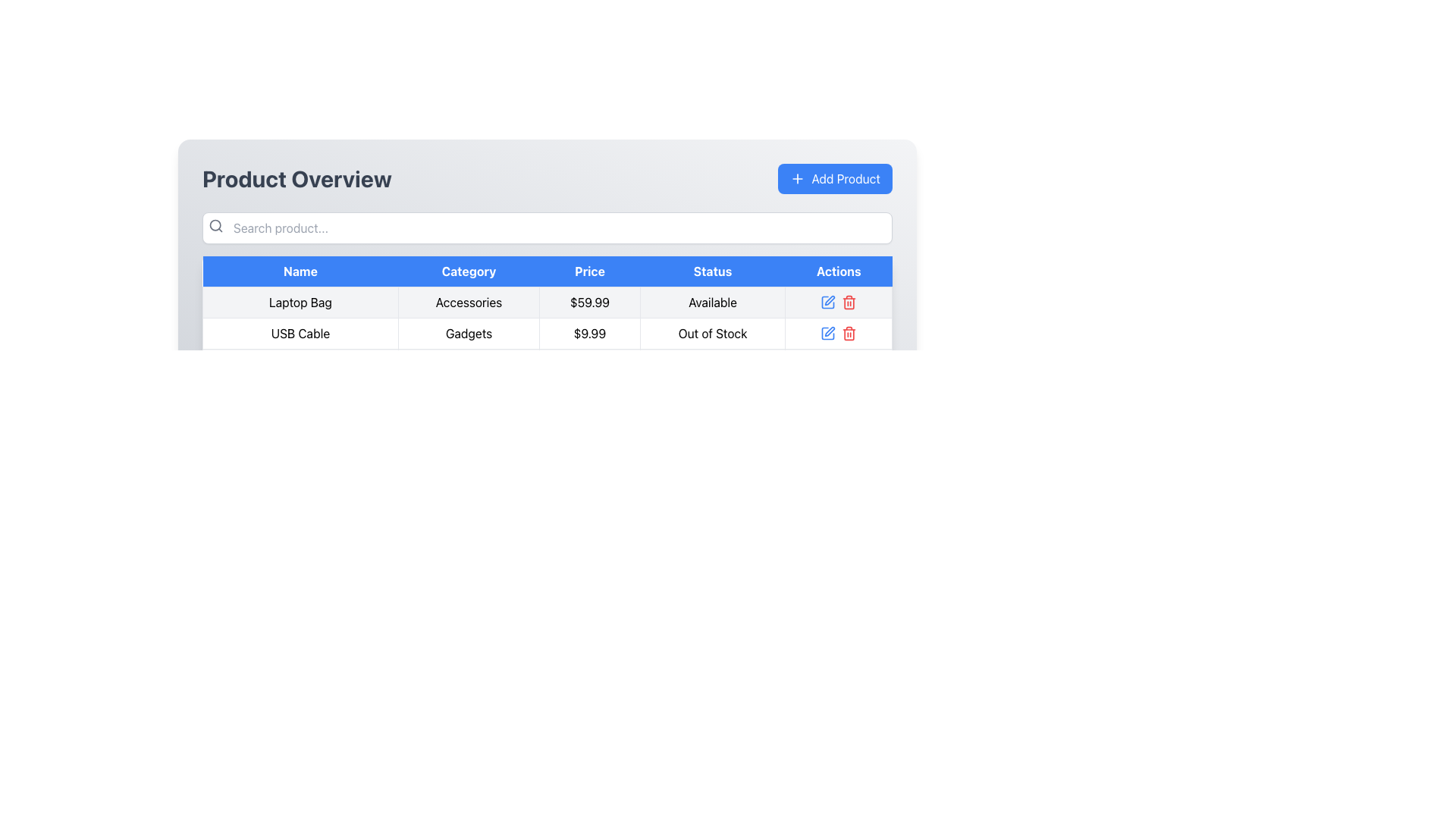 This screenshot has width=1456, height=819. Describe the element at coordinates (588, 302) in the screenshot. I see `the price text label for the 'Laptop Bag' located in the third column of the first data row under the 'Price' header` at that location.